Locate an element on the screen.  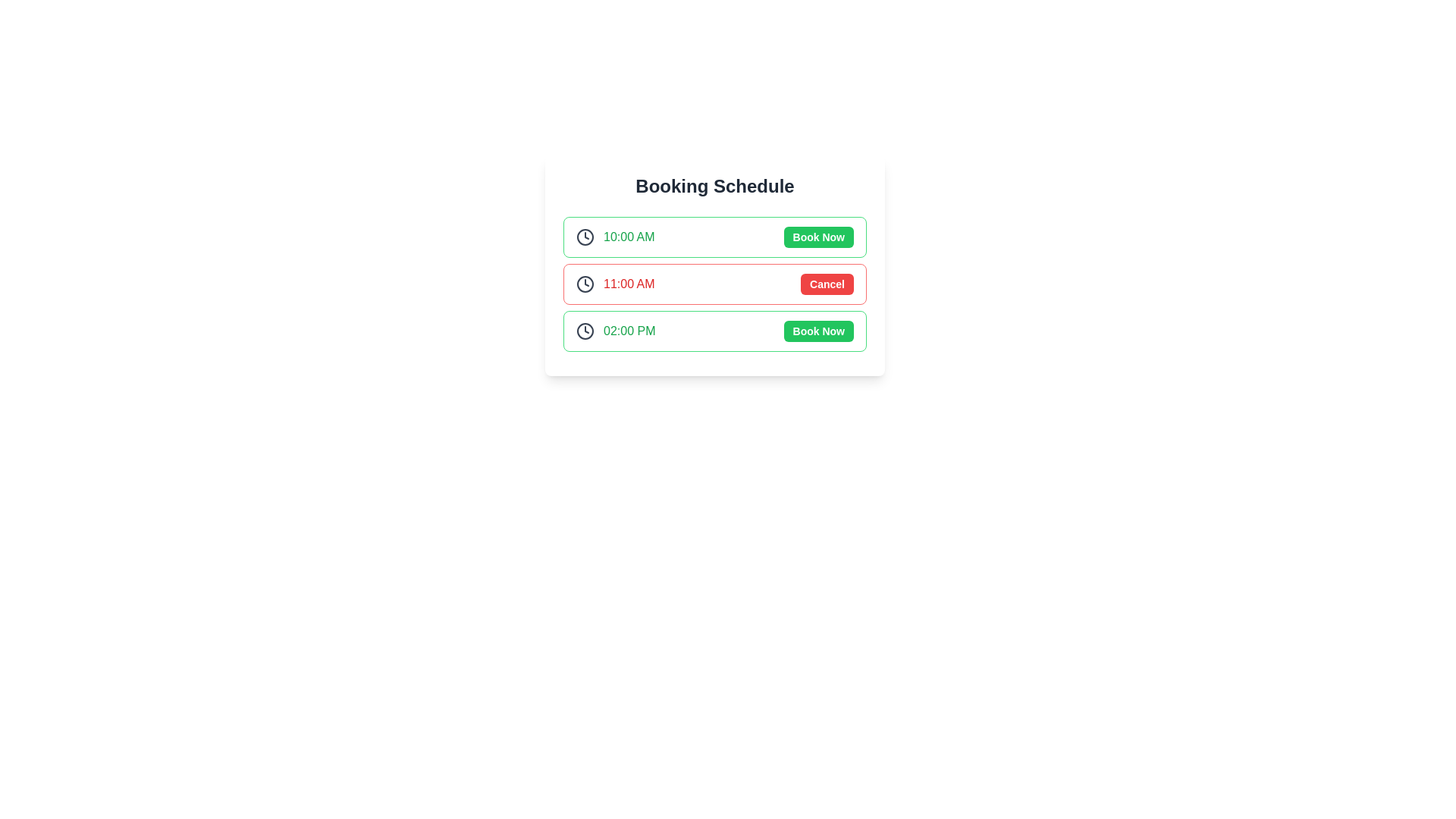
the green button labeled 'Book Now' located in the booking card for '02:00 PM' at the far right to book the slot is located at coordinates (817, 330).